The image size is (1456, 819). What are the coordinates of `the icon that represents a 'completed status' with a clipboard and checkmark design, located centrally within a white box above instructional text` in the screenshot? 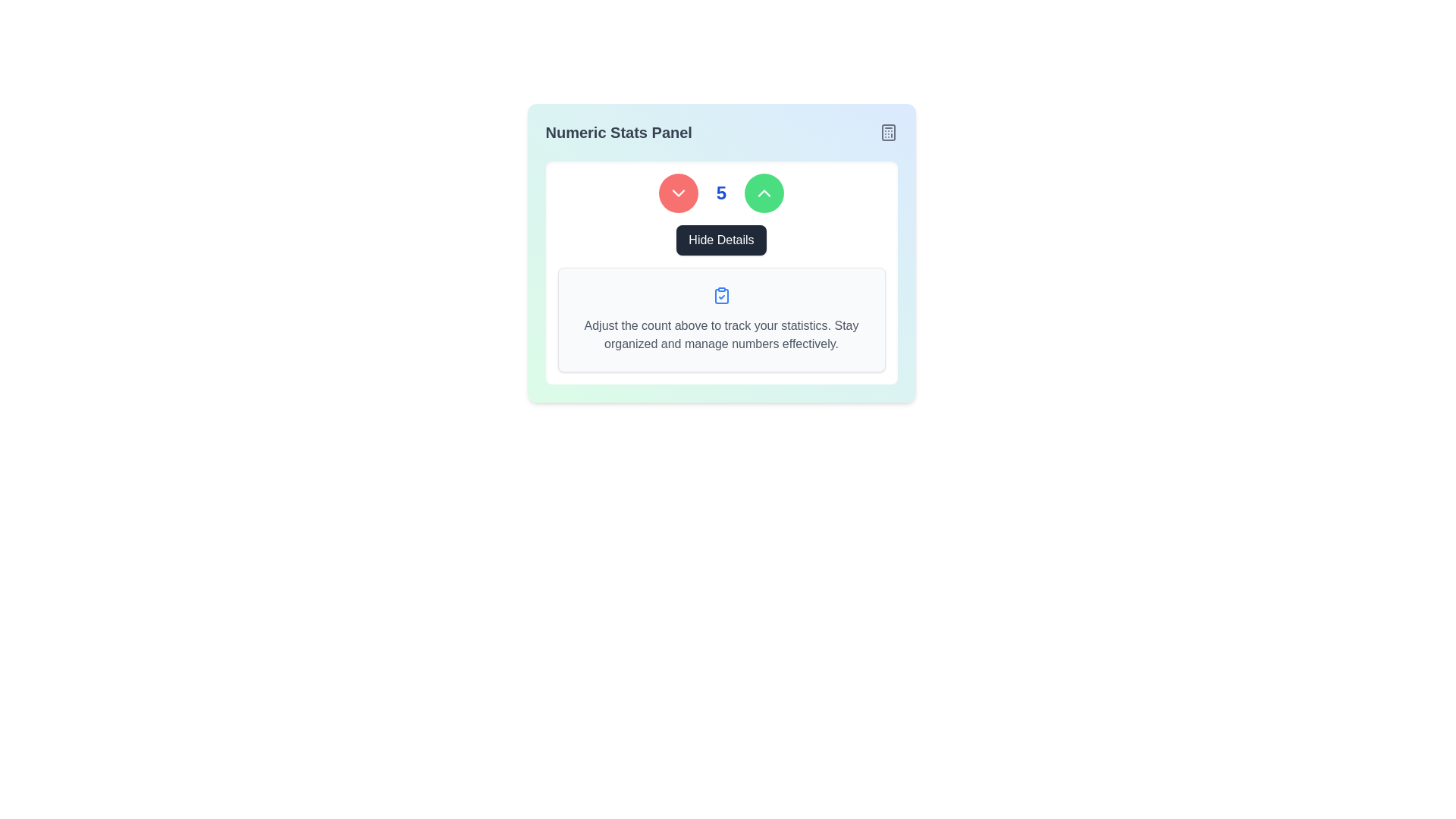 It's located at (720, 295).